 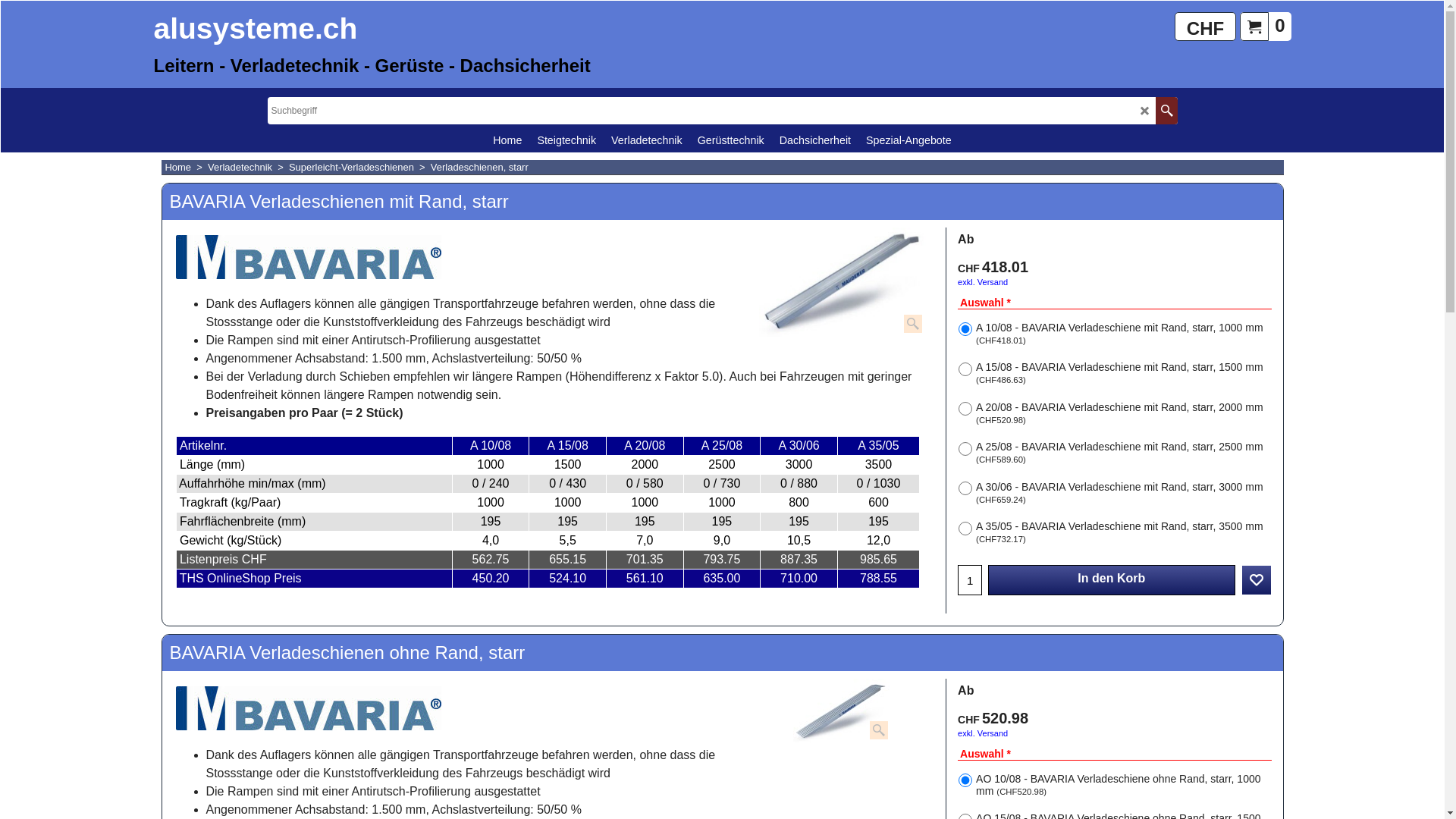 I want to click on 'alusysteme.ch', so click(x=257, y=30).